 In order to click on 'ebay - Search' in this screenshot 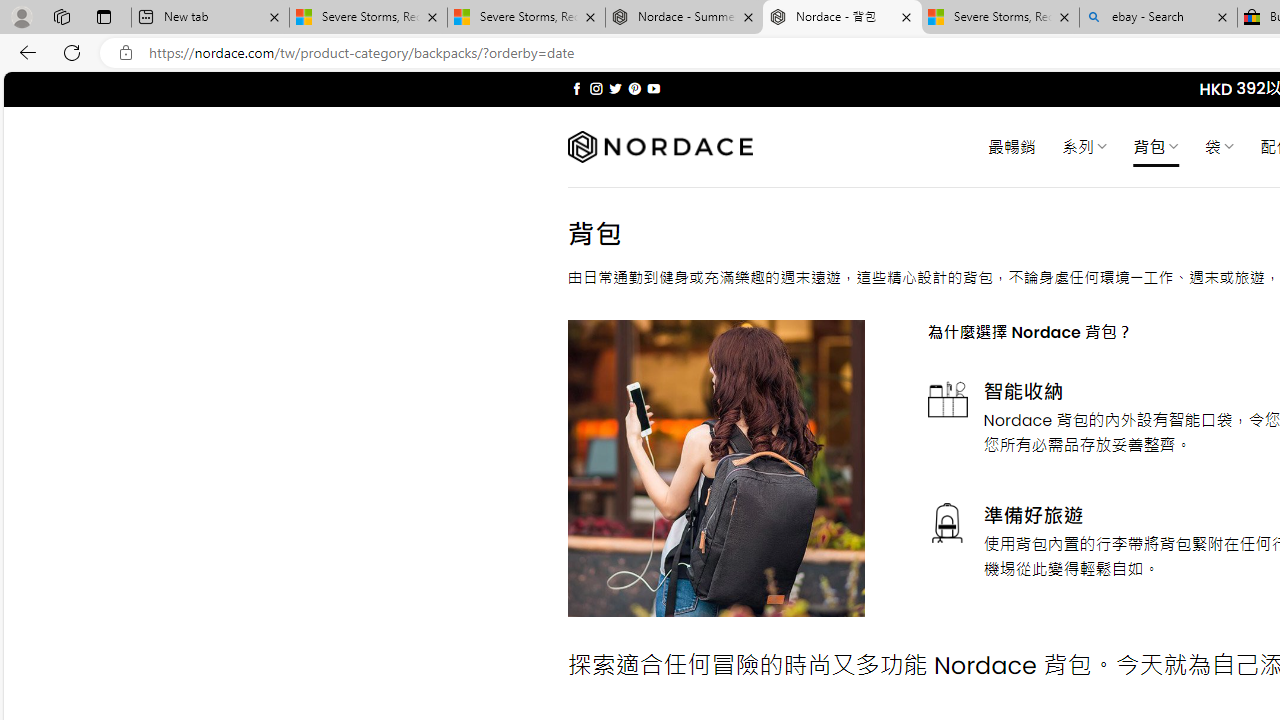, I will do `click(1158, 17)`.